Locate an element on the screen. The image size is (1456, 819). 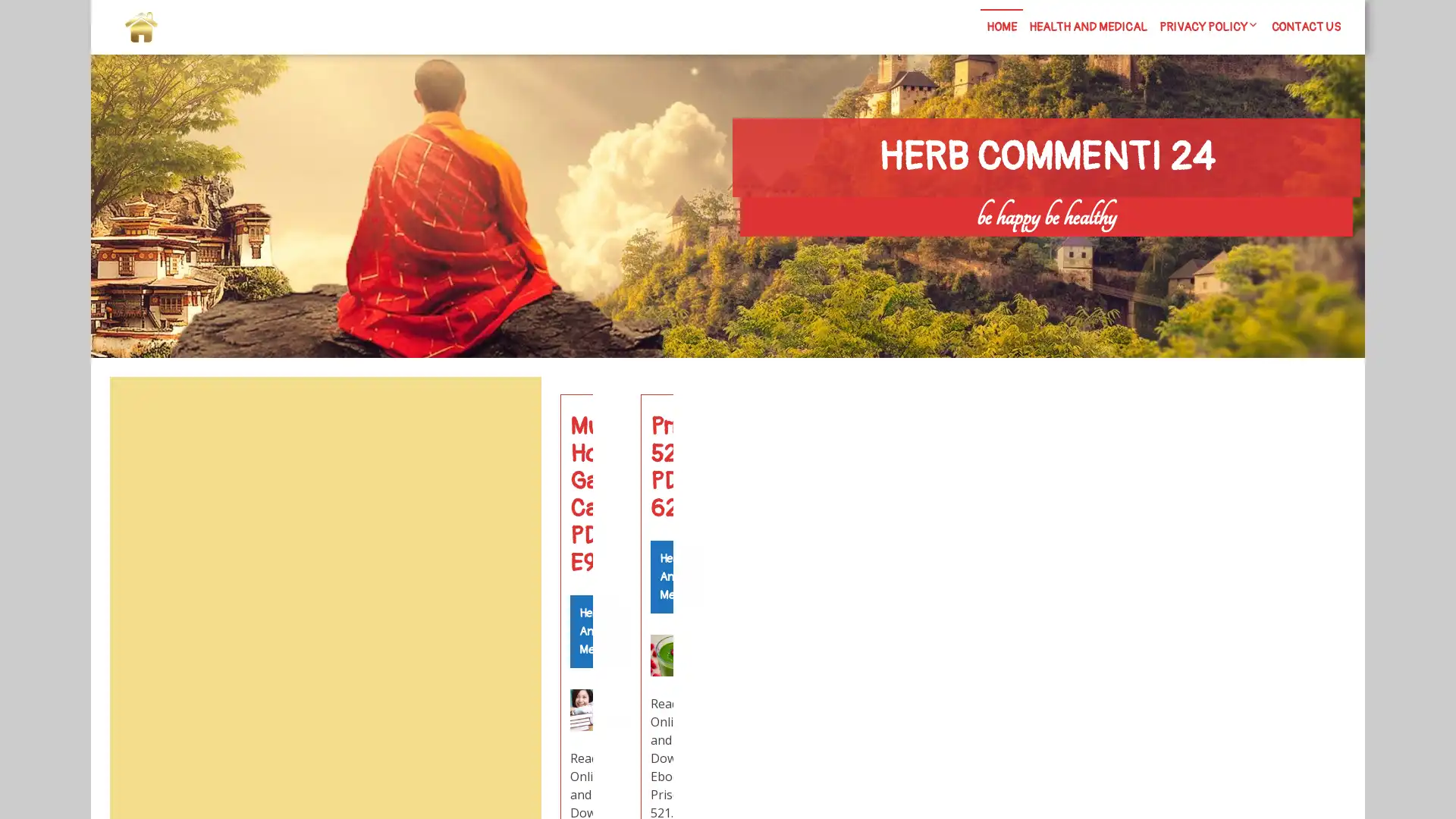
Search is located at coordinates (1181, 248).